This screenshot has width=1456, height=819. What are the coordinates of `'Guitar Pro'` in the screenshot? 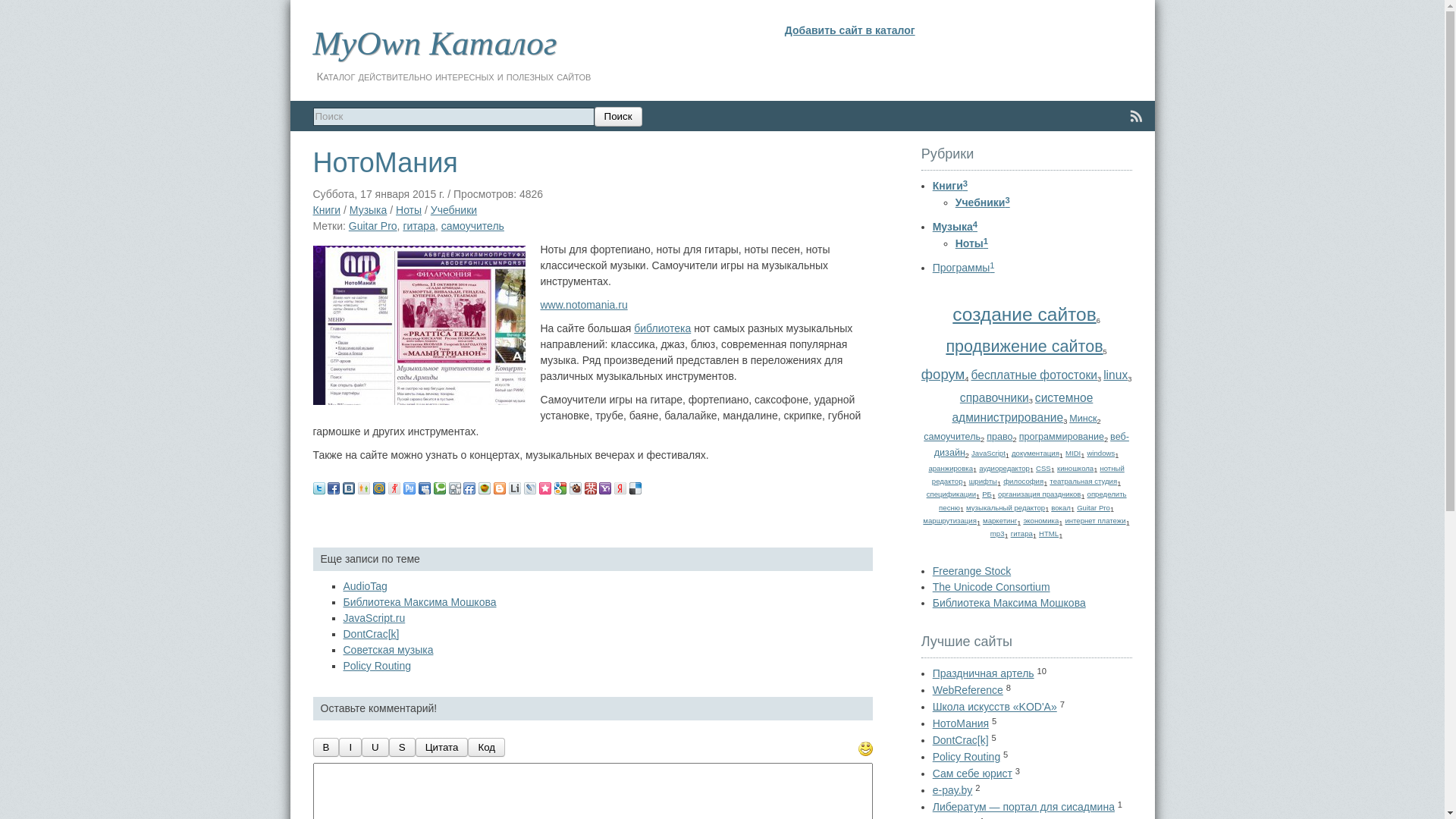 It's located at (372, 225).